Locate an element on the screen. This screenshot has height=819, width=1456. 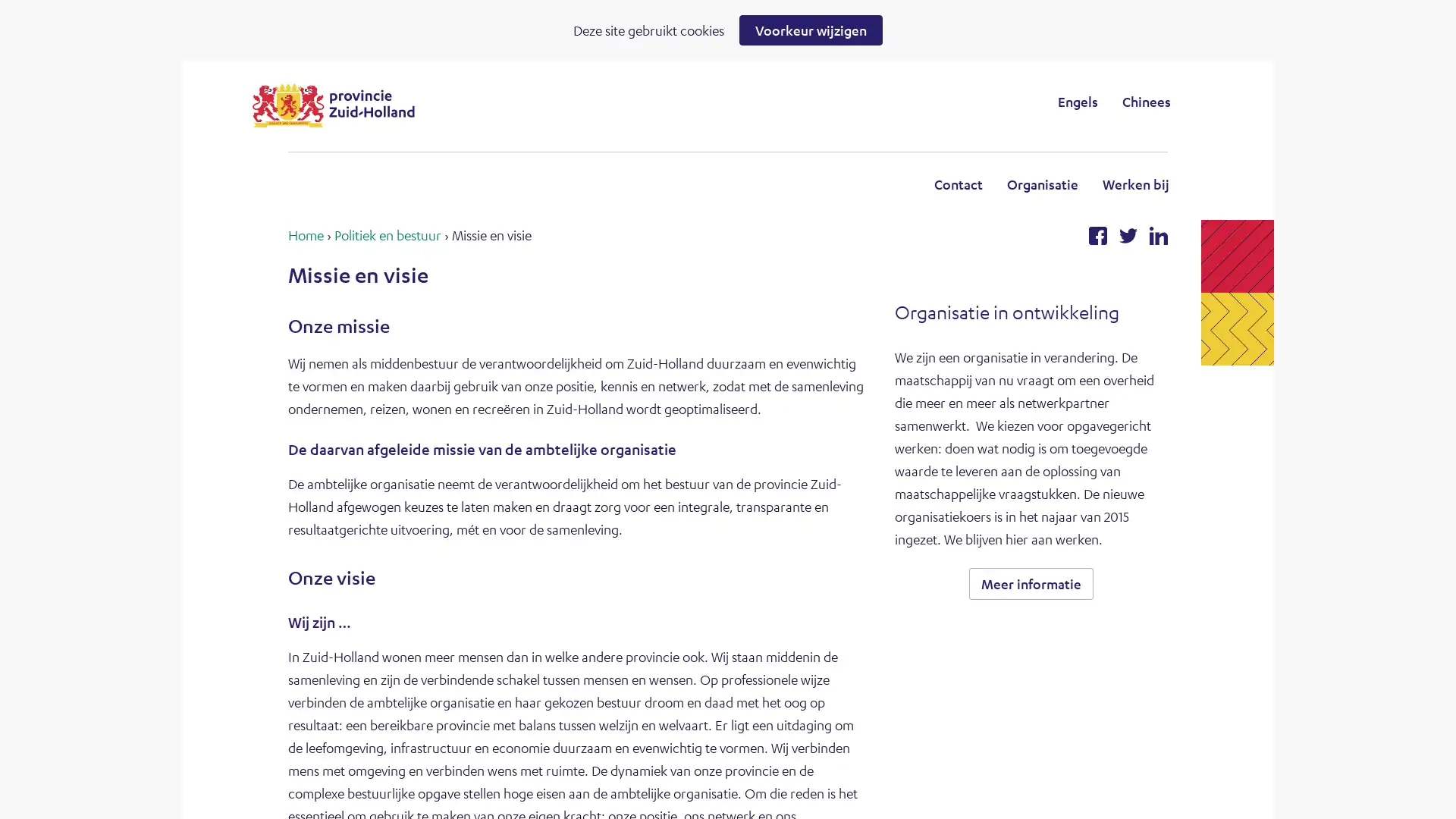
Voorkeur wijzigen is located at coordinates (810, 30).